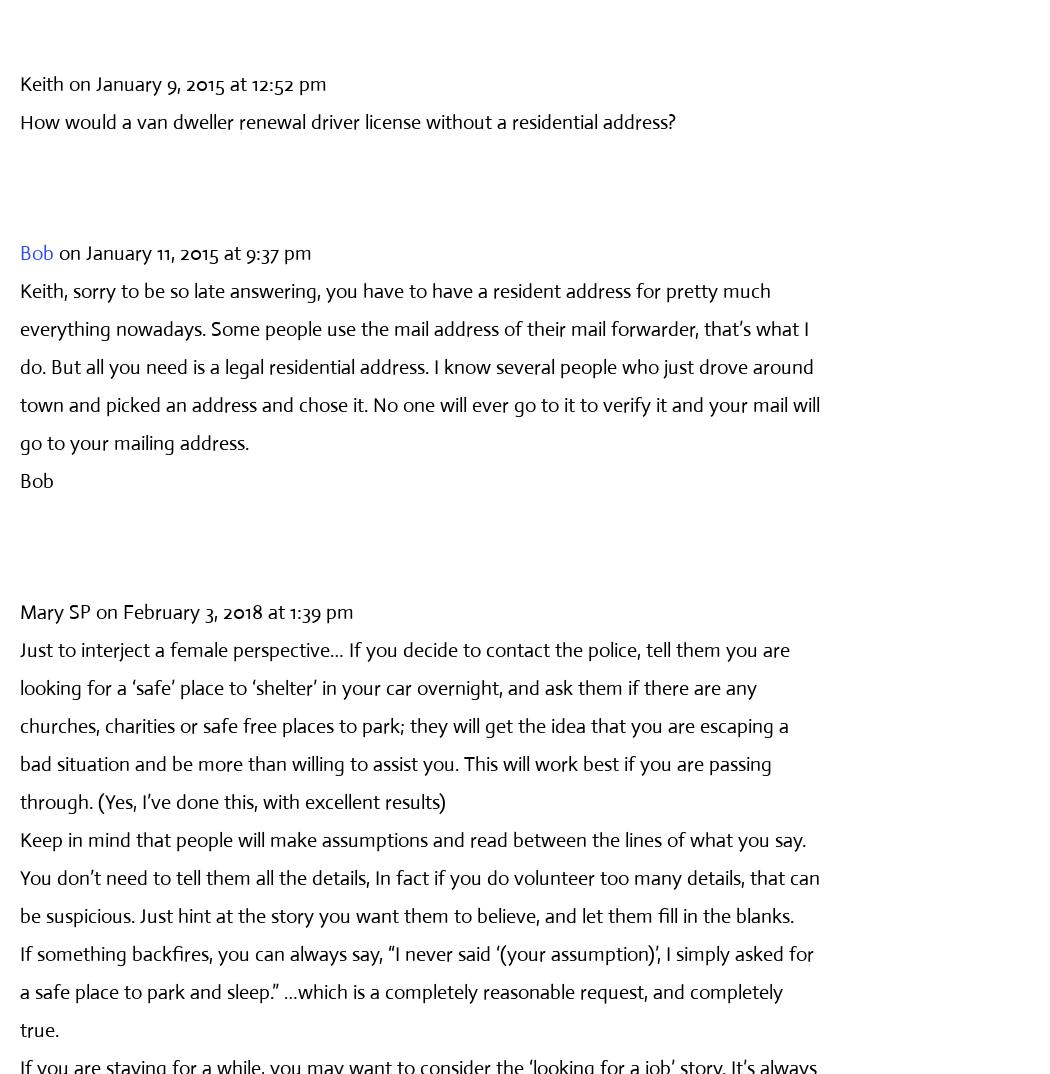 This screenshot has height=1074, width=1050. I want to click on 'on February 3, 2018 at 1:39 pm', so click(225, 611).